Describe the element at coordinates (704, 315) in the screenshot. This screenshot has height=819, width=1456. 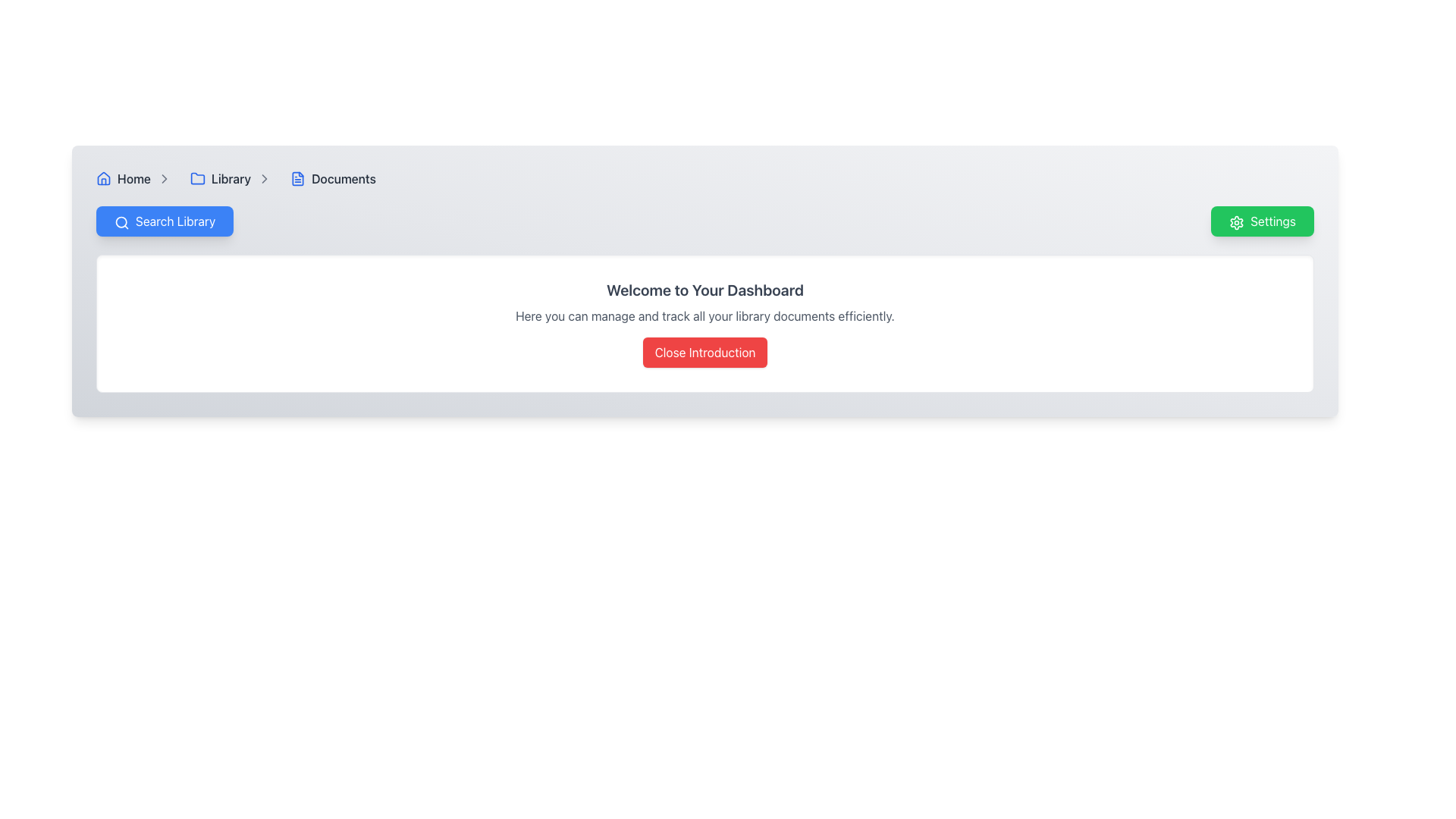
I see `the static text element that provides introductory information about managing and tracking library documents, located below the title 'Welcome to Your Dashboard'` at that location.